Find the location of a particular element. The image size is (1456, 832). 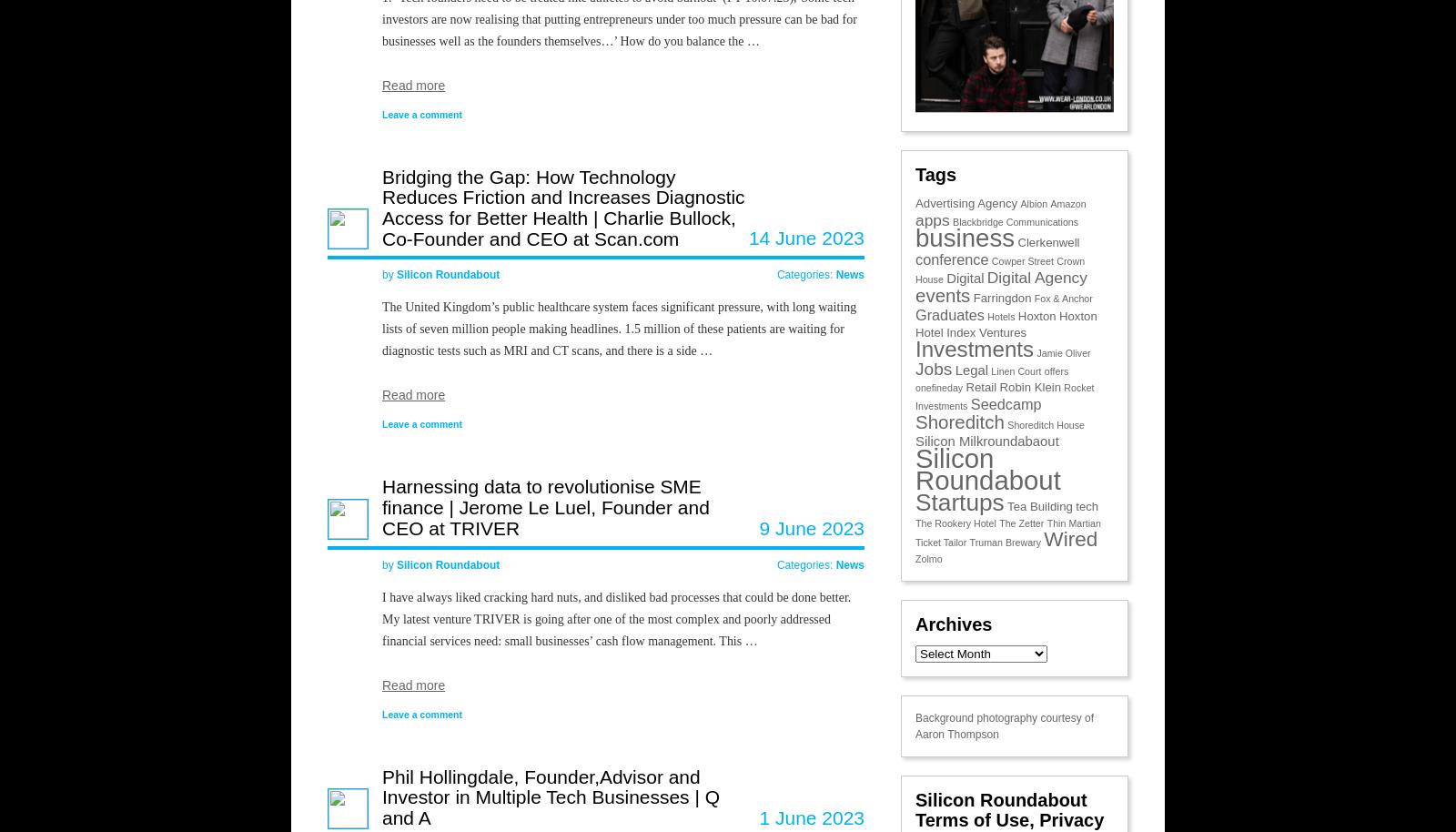

'The United Kingdom’s public healthcare system faces significant pressure, with long waiting lists of seven million people making headlines. 1.5 million of these patients are waiting for diagnostic tests such as MRI and CT scans, and there is a side …' is located at coordinates (619, 328).